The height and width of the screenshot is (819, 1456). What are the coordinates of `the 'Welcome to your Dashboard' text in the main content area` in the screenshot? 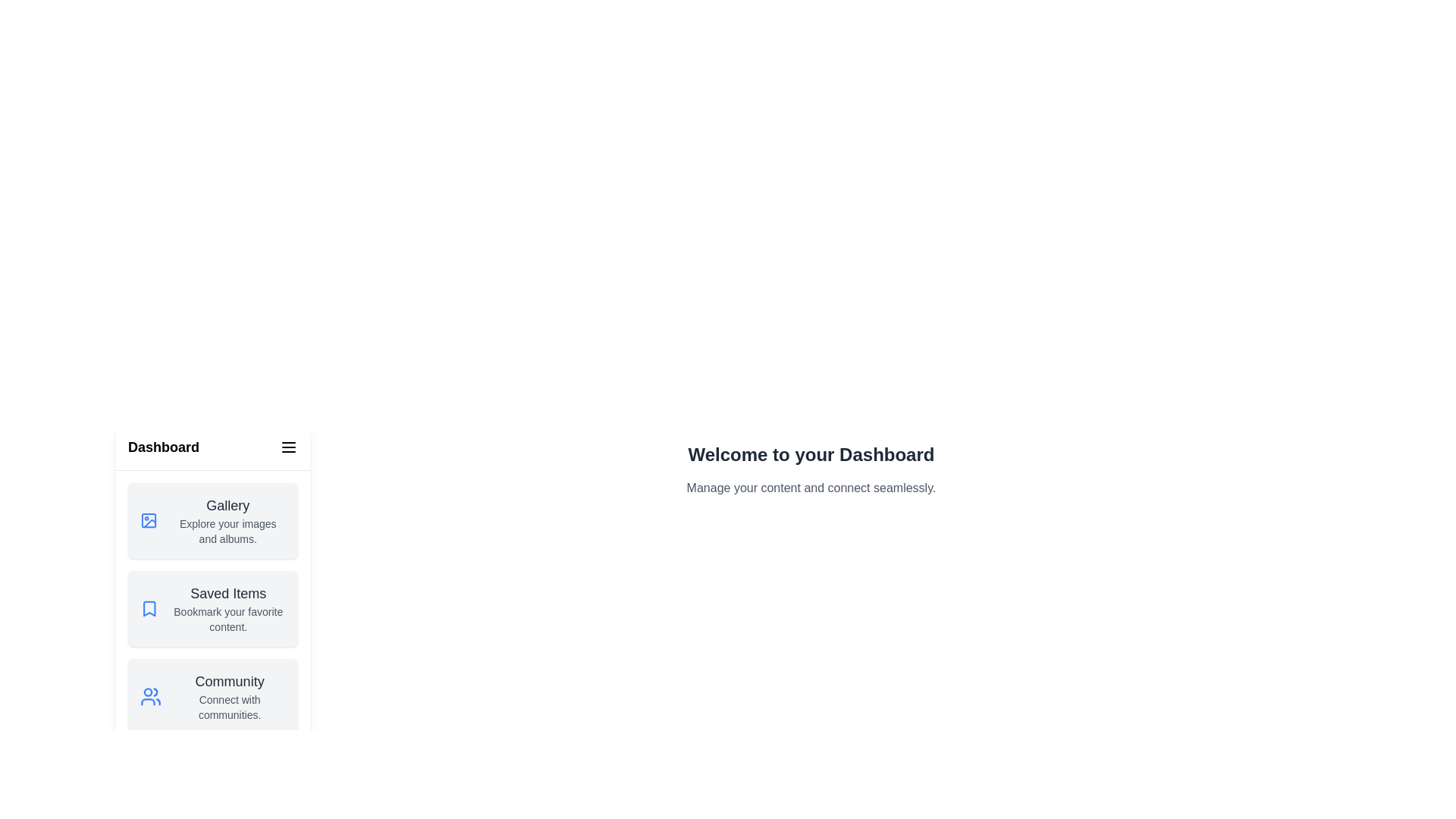 It's located at (811, 454).